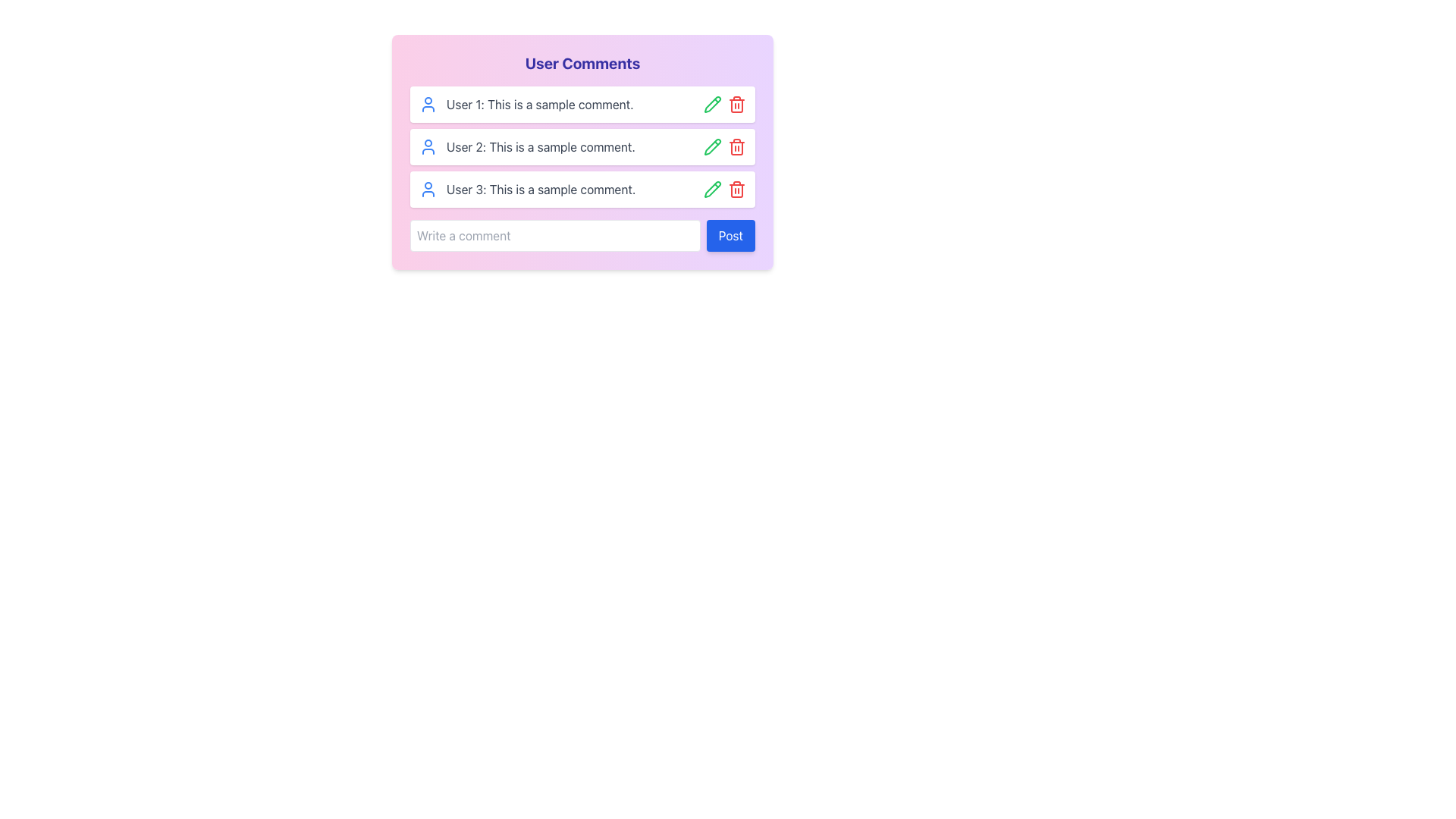 The width and height of the screenshot is (1456, 819). Describe the element at coordinates (723, 189) in the screenshot. I see `the red delete icon located at the far right of the comment item labeled 'User 3: This is a sample comment.'` at that location.